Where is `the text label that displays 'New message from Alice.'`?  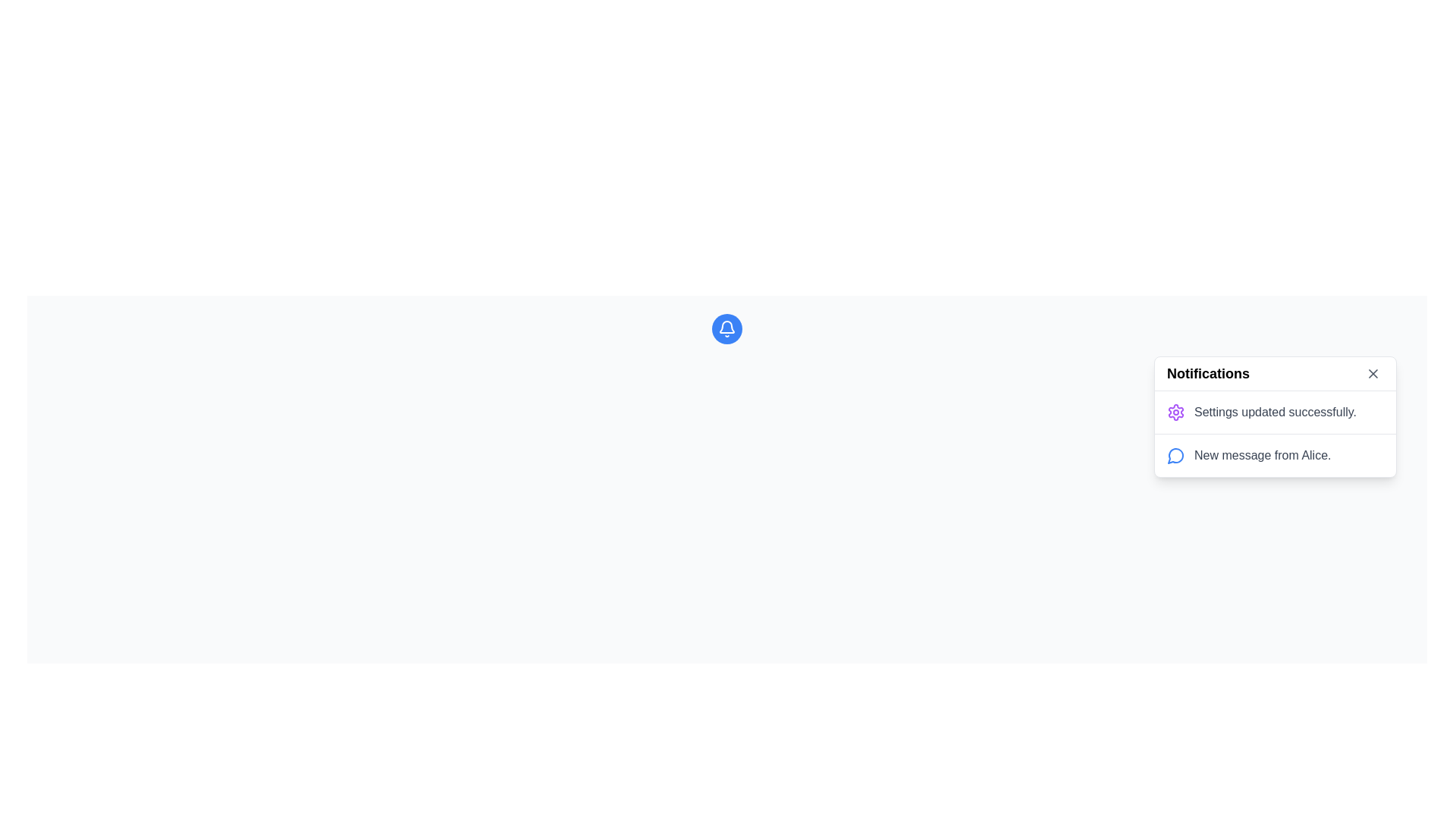
the text label that displays 'New message from Alice.' is located at coordinates (1263, 455).